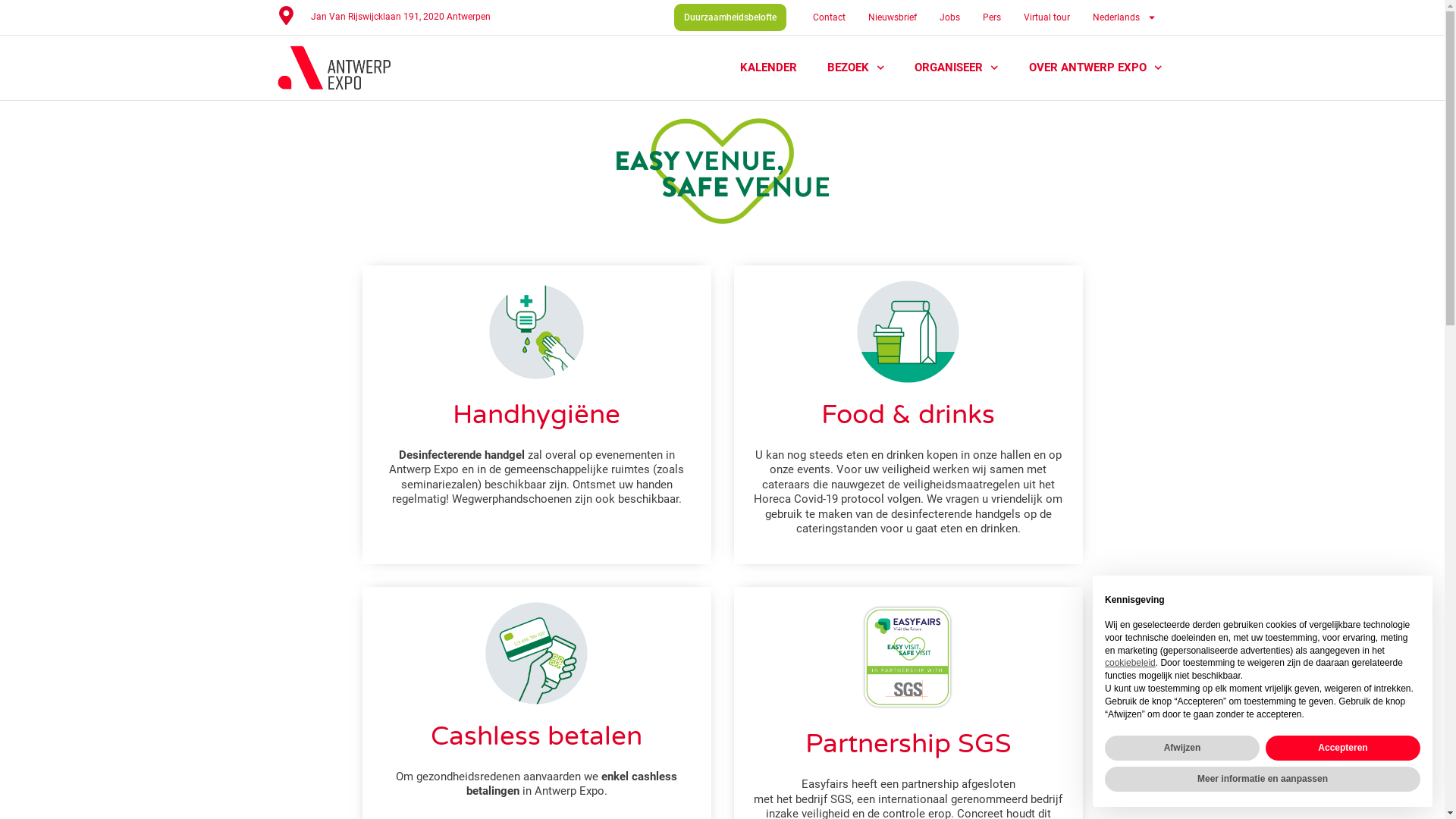 The height and width of the screenshot is (819, 1456). I want to click on 'Nederlands', so click(1125, 17).